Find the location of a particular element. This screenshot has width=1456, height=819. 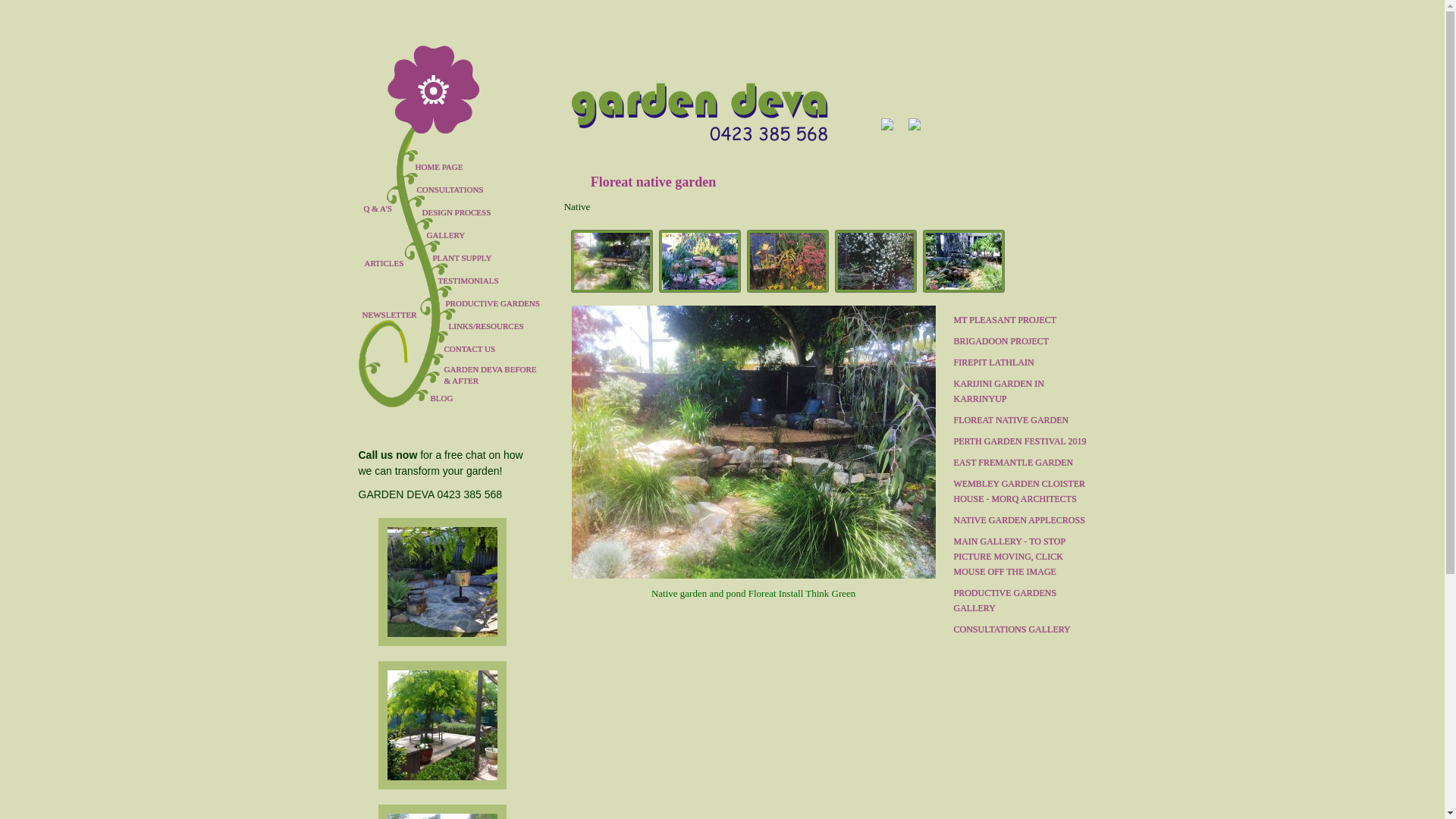

'BLOG' is located at coordinates (494, 397).